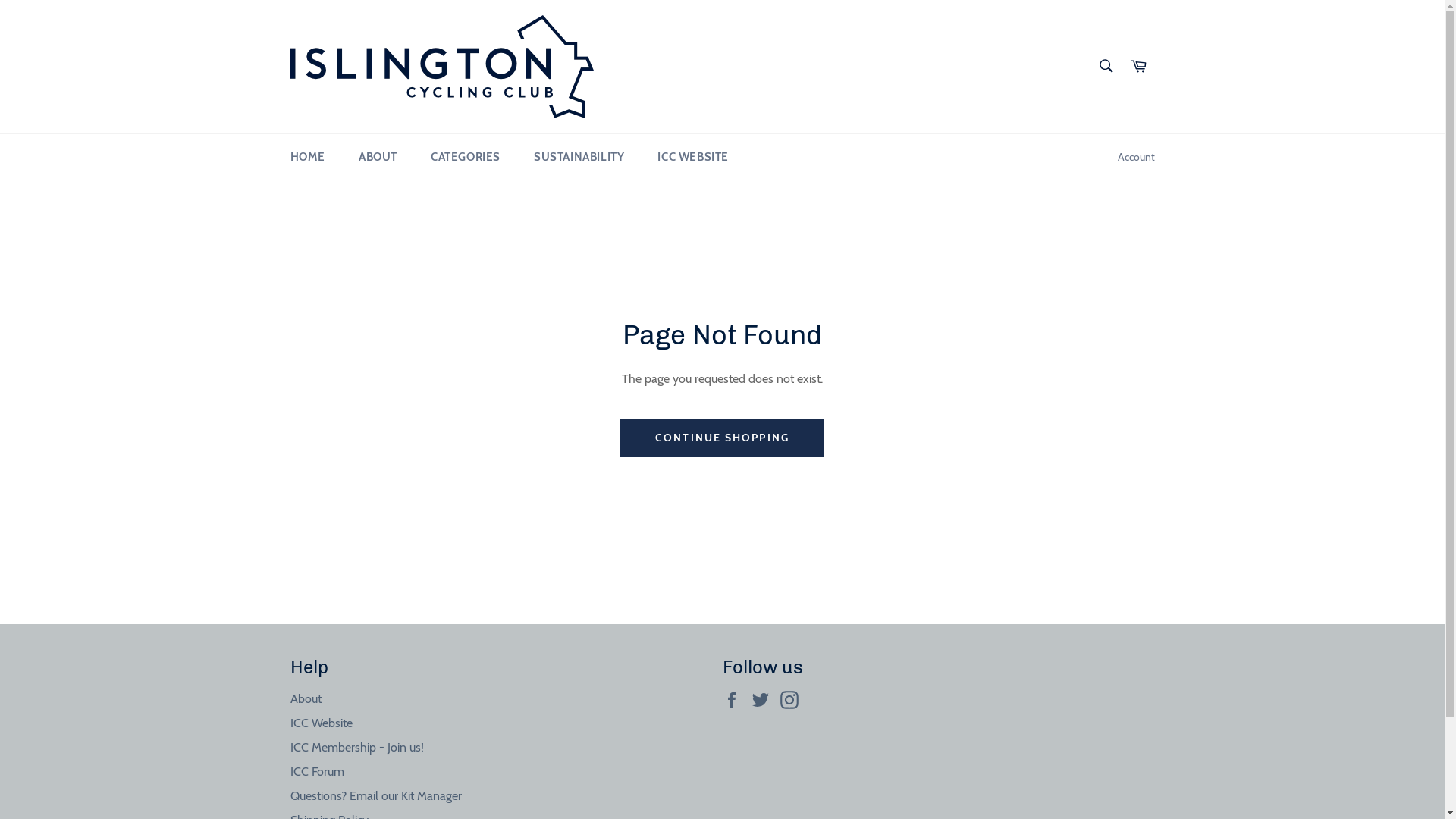 This screenshot has width=1456, height=819. What do you see at coordinates (1136, 157) in the screenshot?
I see `'Account'` at bounding box center [1136, 157].